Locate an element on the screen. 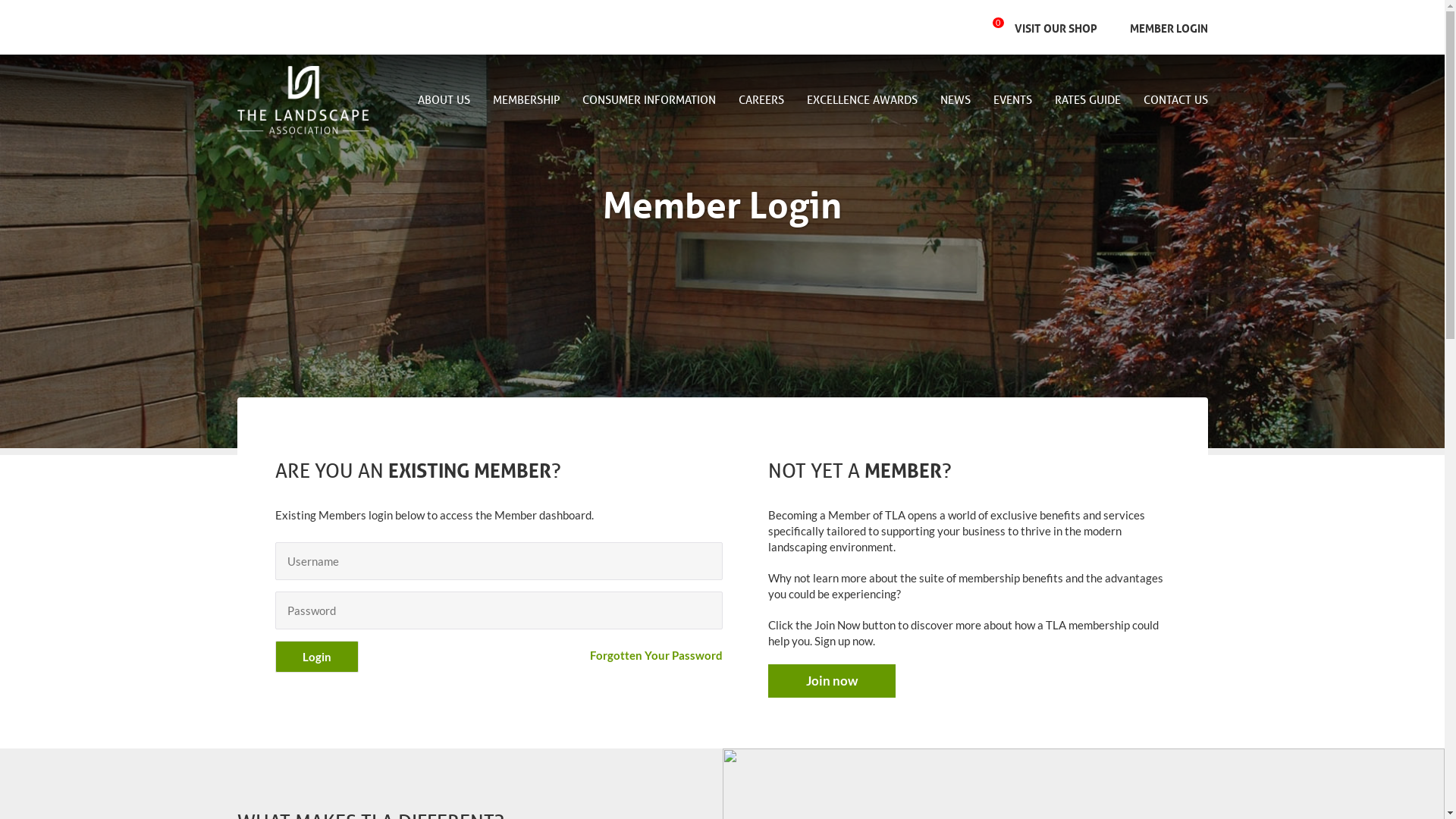  'CONTACT US' is located at coordinates (1168, 100).